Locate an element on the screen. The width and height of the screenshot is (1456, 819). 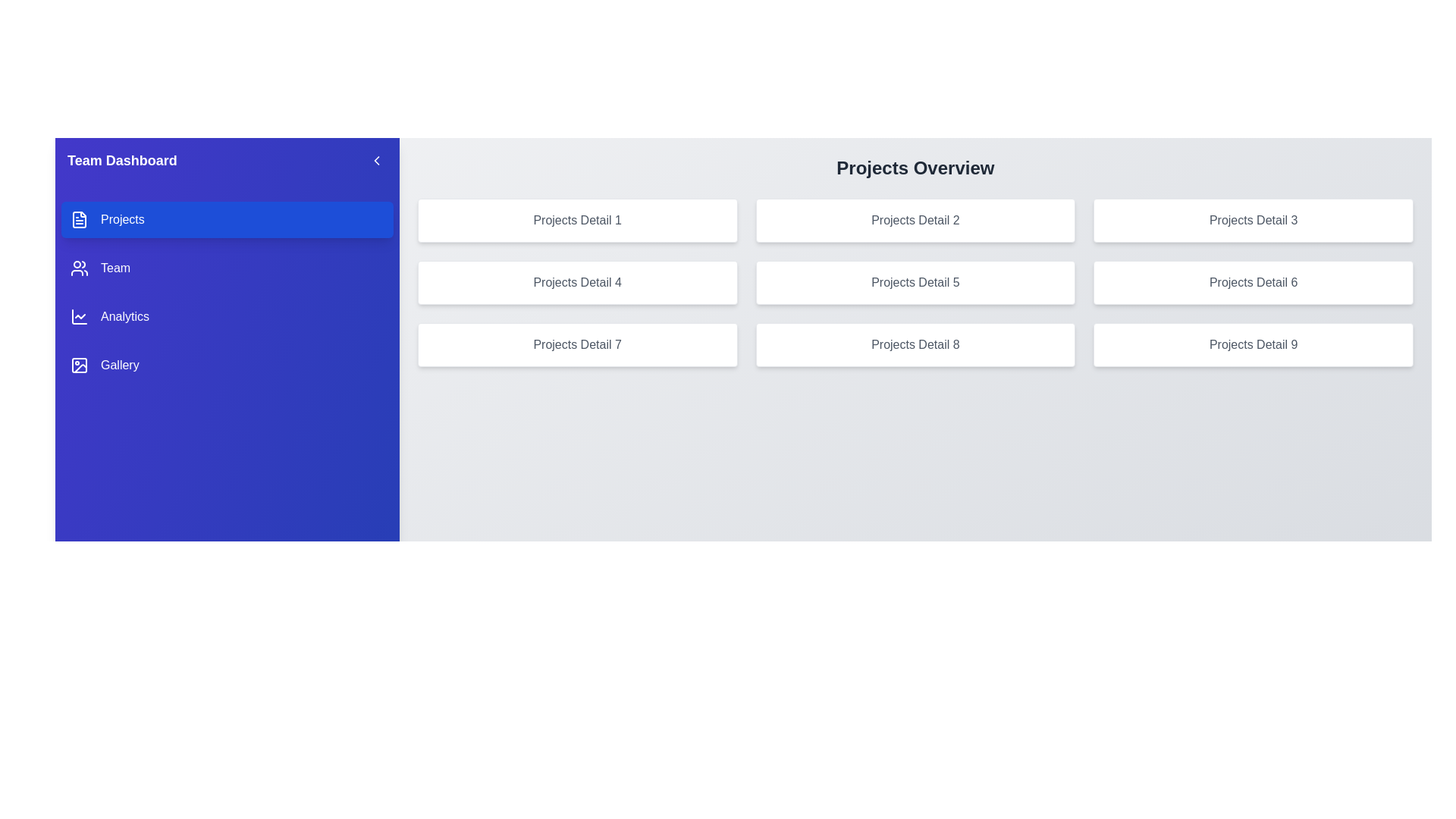
the arrow button to toggle the sidebar visibility is located at coordinates (376, 161).